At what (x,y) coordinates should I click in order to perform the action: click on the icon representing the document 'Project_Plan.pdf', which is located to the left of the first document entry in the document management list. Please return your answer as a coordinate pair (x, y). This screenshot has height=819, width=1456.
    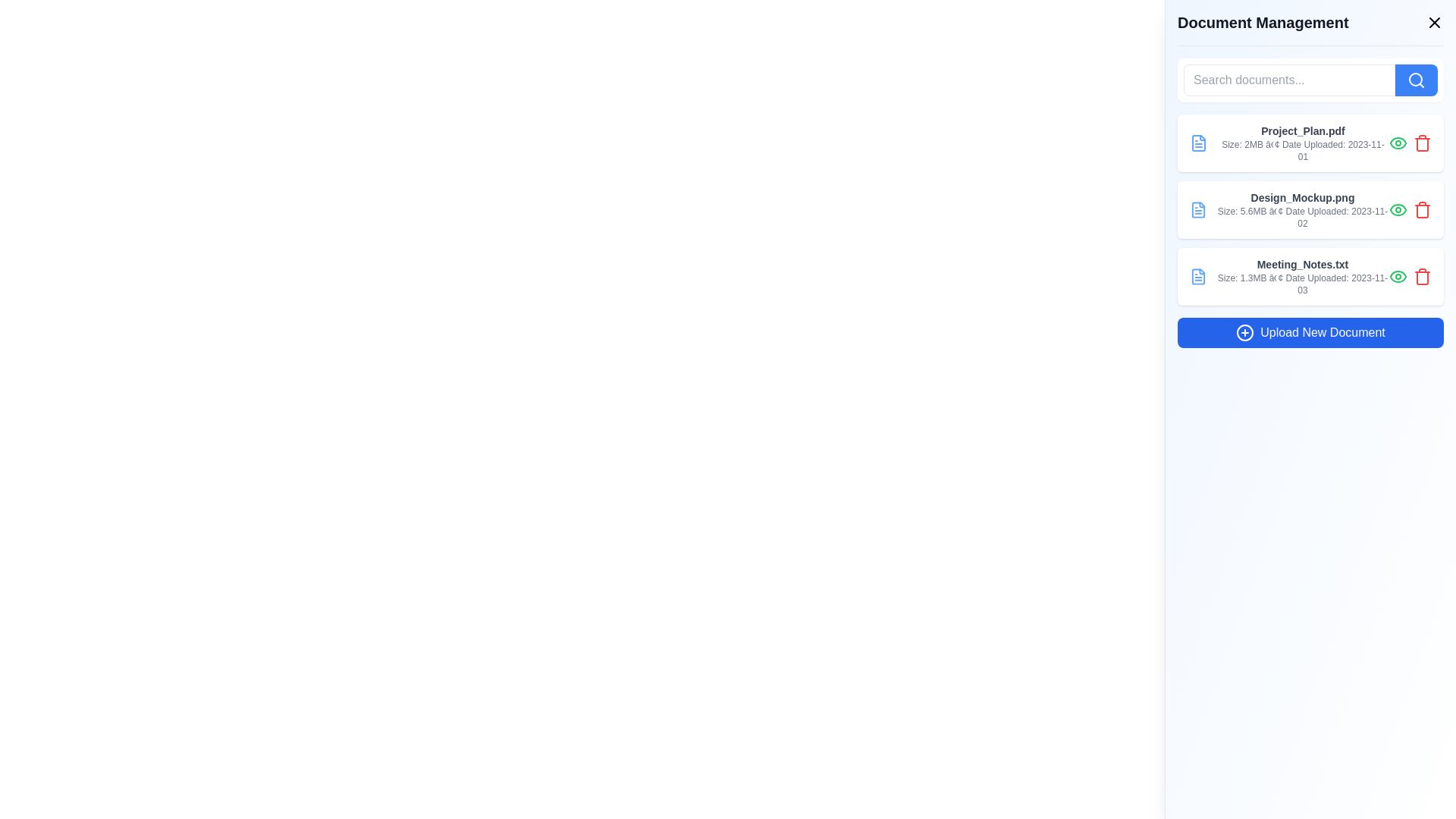
    Looking at the image, I should click on (1197, 143).